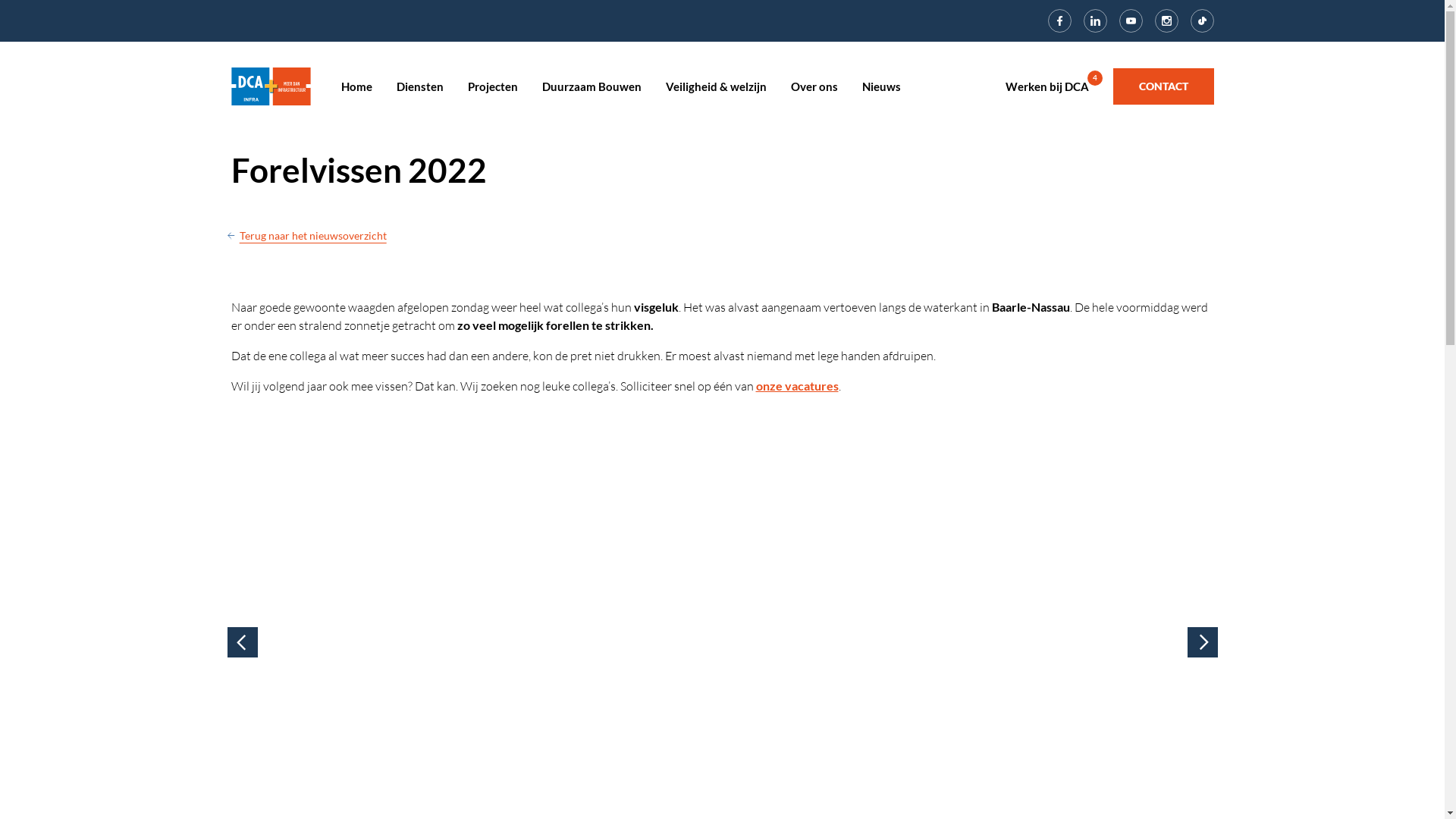 Image resolution: width=1456 pixels, height=819 pixels. I want to click on 'Diensten', so click(396, 86).